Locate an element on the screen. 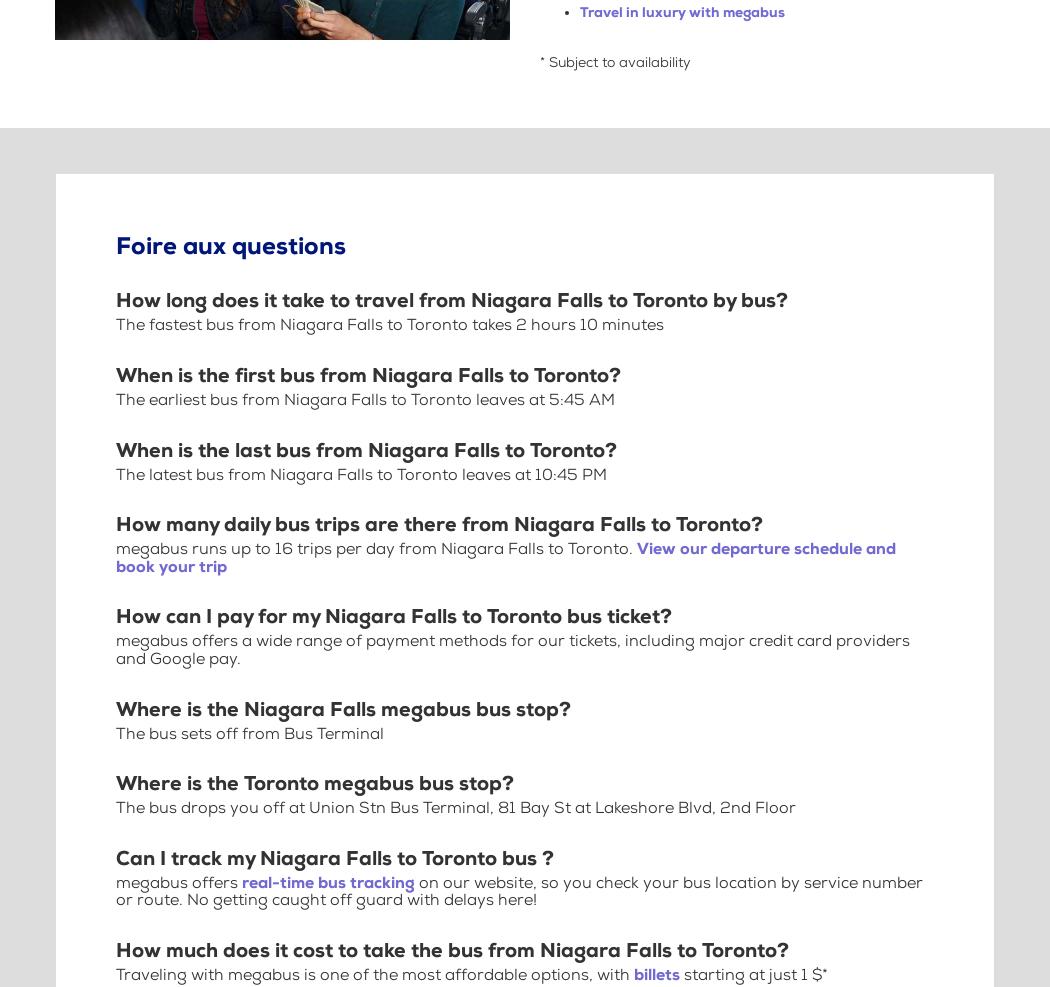 The height and width of the screenshot is (987, 1050). 'How many daily bus trips are there from Niagara Falls to Toronto?' is located at coordinates (438, 524).